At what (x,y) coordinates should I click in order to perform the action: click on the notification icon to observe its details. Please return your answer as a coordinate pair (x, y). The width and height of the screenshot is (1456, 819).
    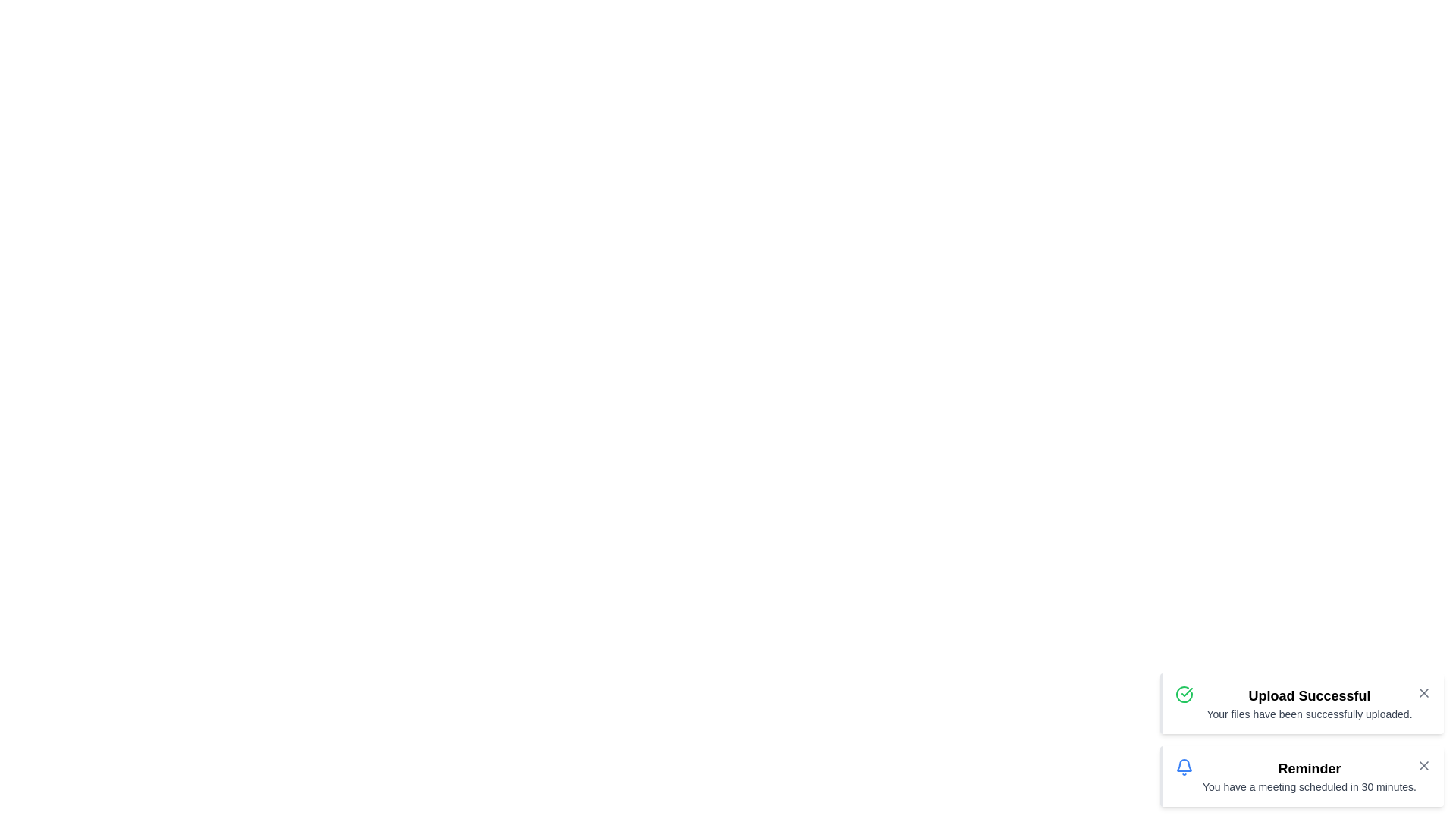
    Looking at the image, I should click on (1183, 767).